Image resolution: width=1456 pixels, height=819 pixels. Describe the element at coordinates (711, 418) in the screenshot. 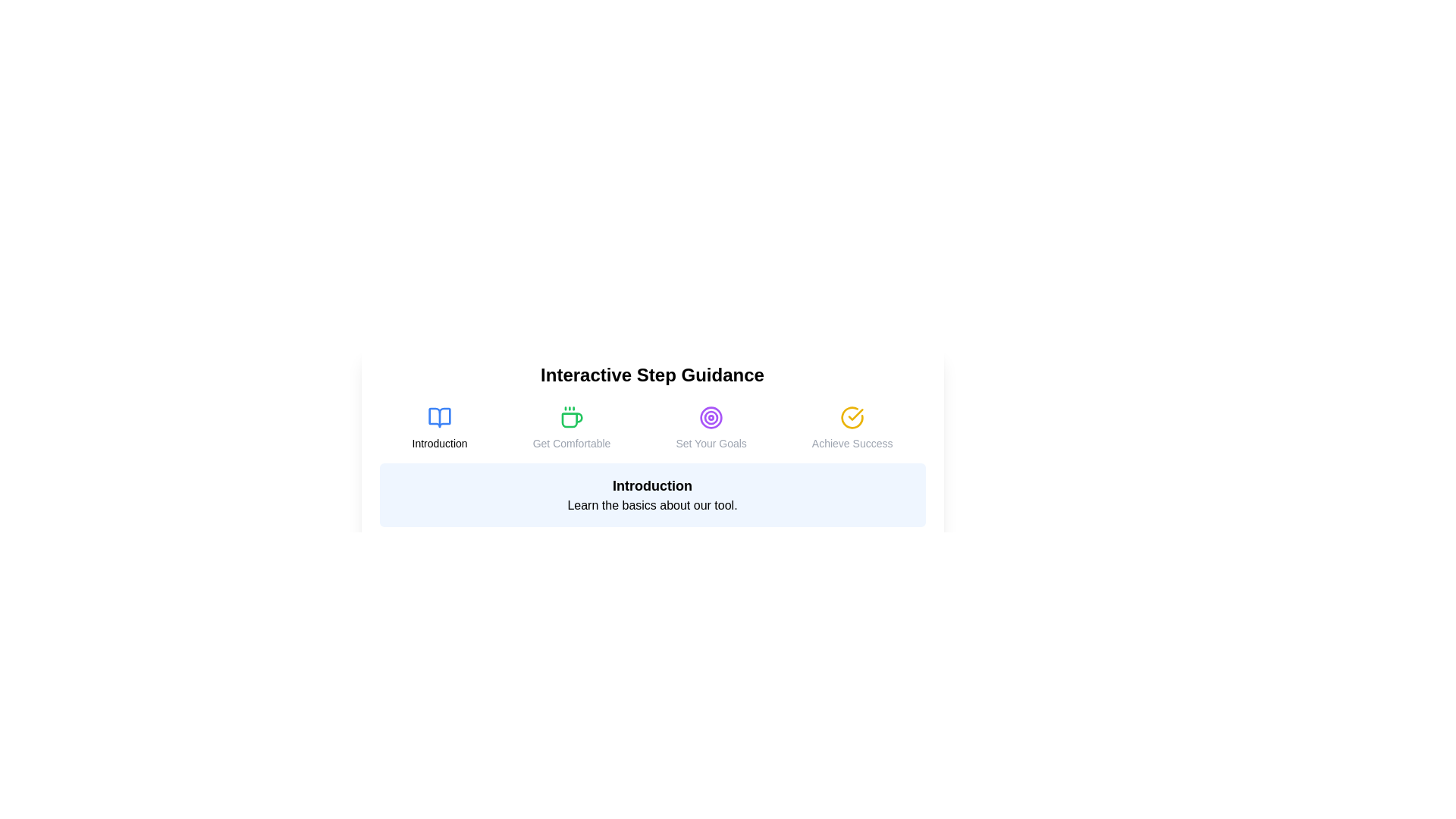

I see `the 'Set Your Goals' indicator icon, which is the second icon in a row of four icons under the text 'Interactive Step Guidance'` at that location.